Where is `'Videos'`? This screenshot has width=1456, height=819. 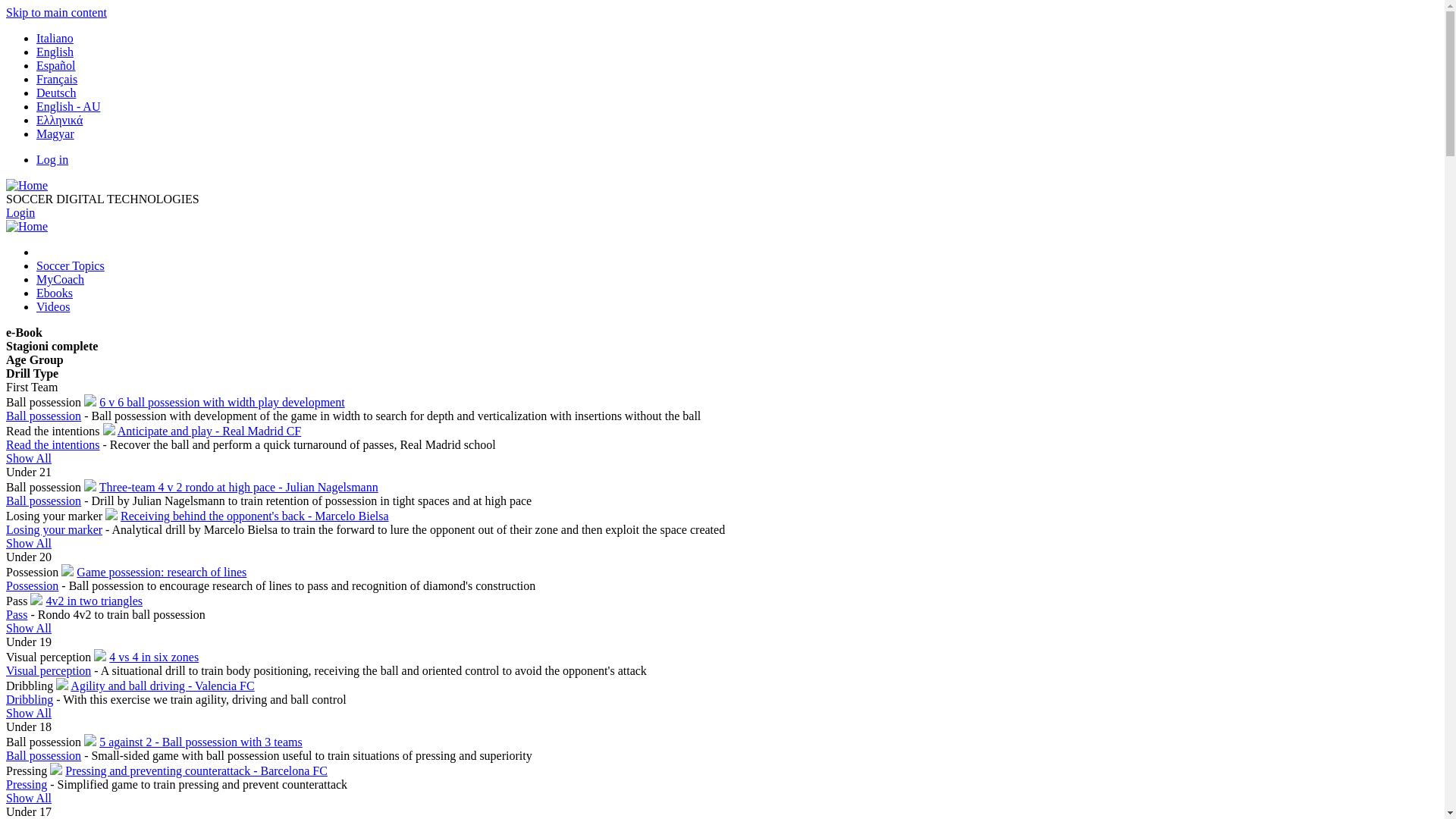
'Videos' is located at coordinates (53, 306).